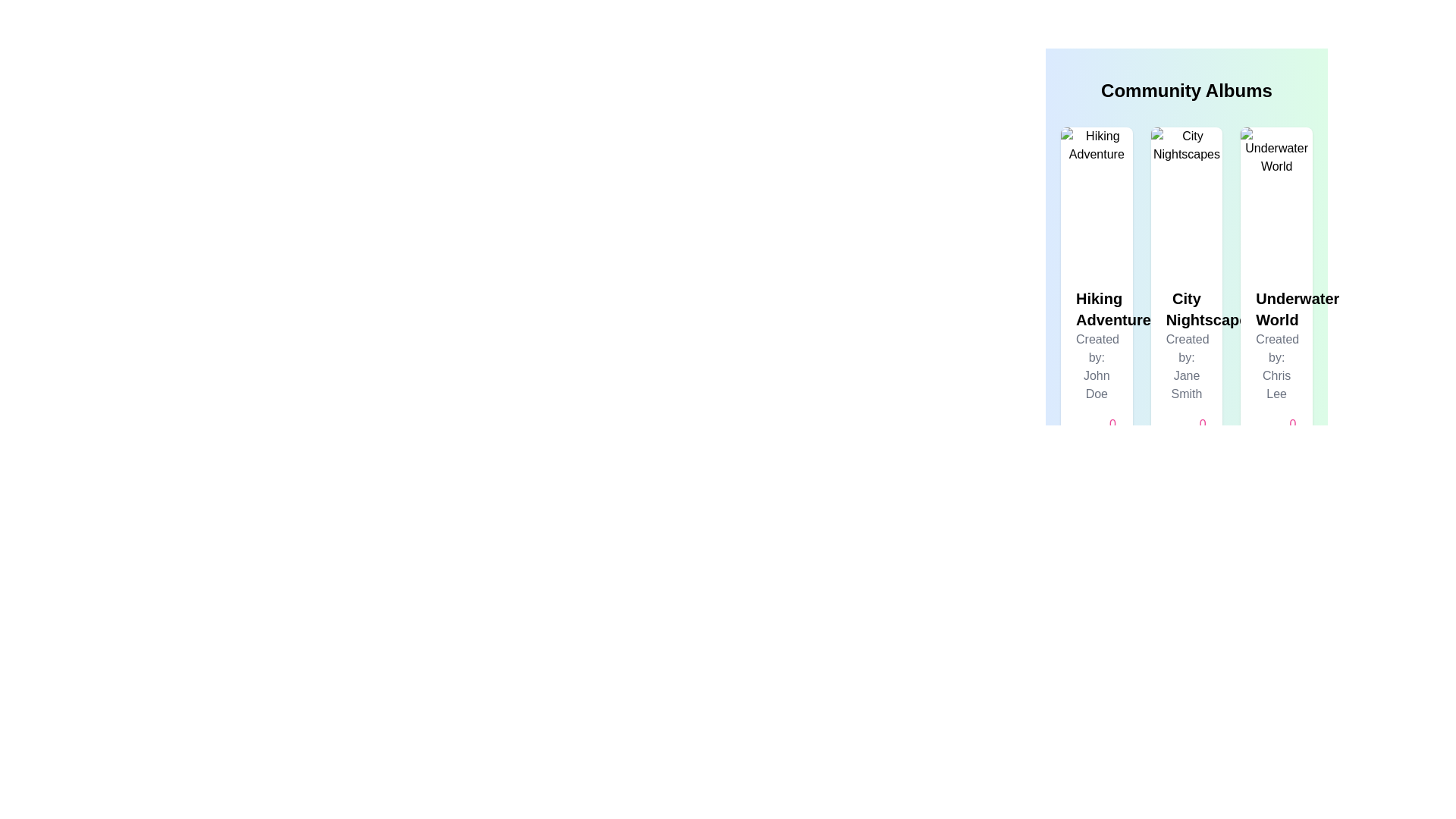 The image size is (1456, 819). Describe the element at coordinates (1276, 366) in the screenshot. I see `the text label that displays 'Created by: Chris Lee' in gray color, positioned under the title 'Underwater World'` at that location.